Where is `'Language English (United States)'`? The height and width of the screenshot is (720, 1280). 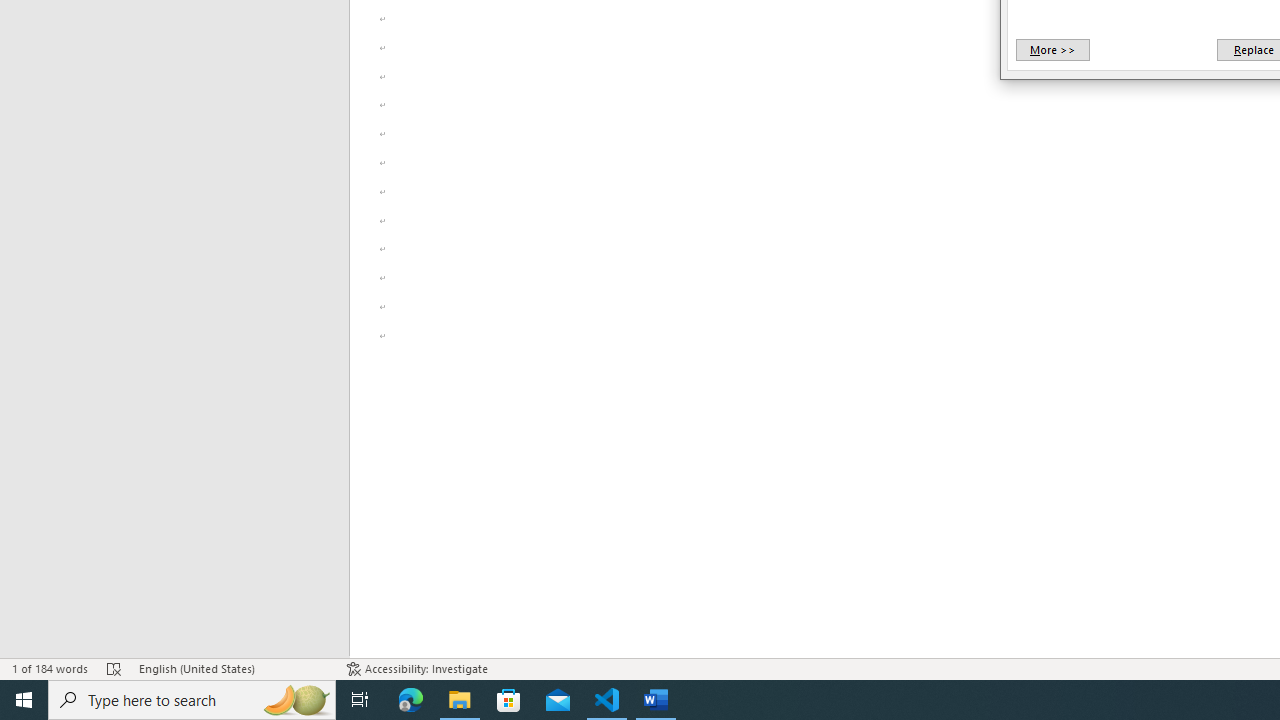 'Language English (United States)' is located at coordinates (232, 669).